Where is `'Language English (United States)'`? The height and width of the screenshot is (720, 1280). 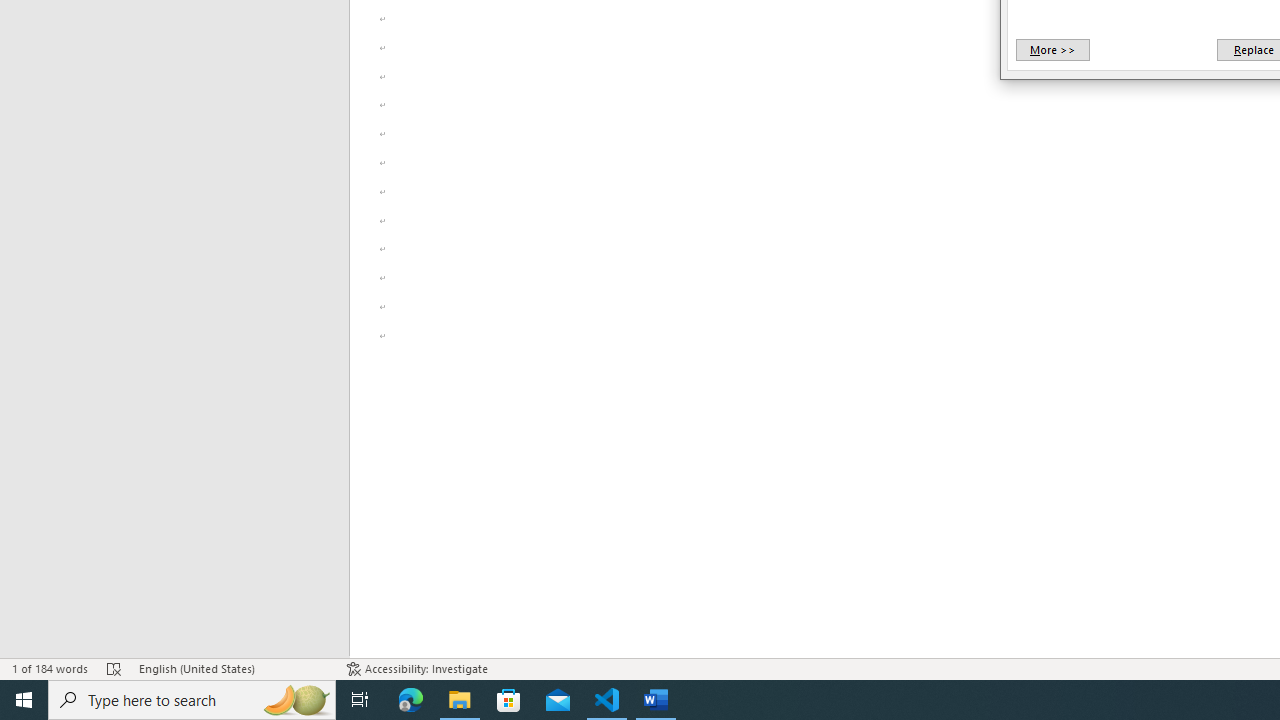 'Language English (United States)' is located at coordinates (232, 669).